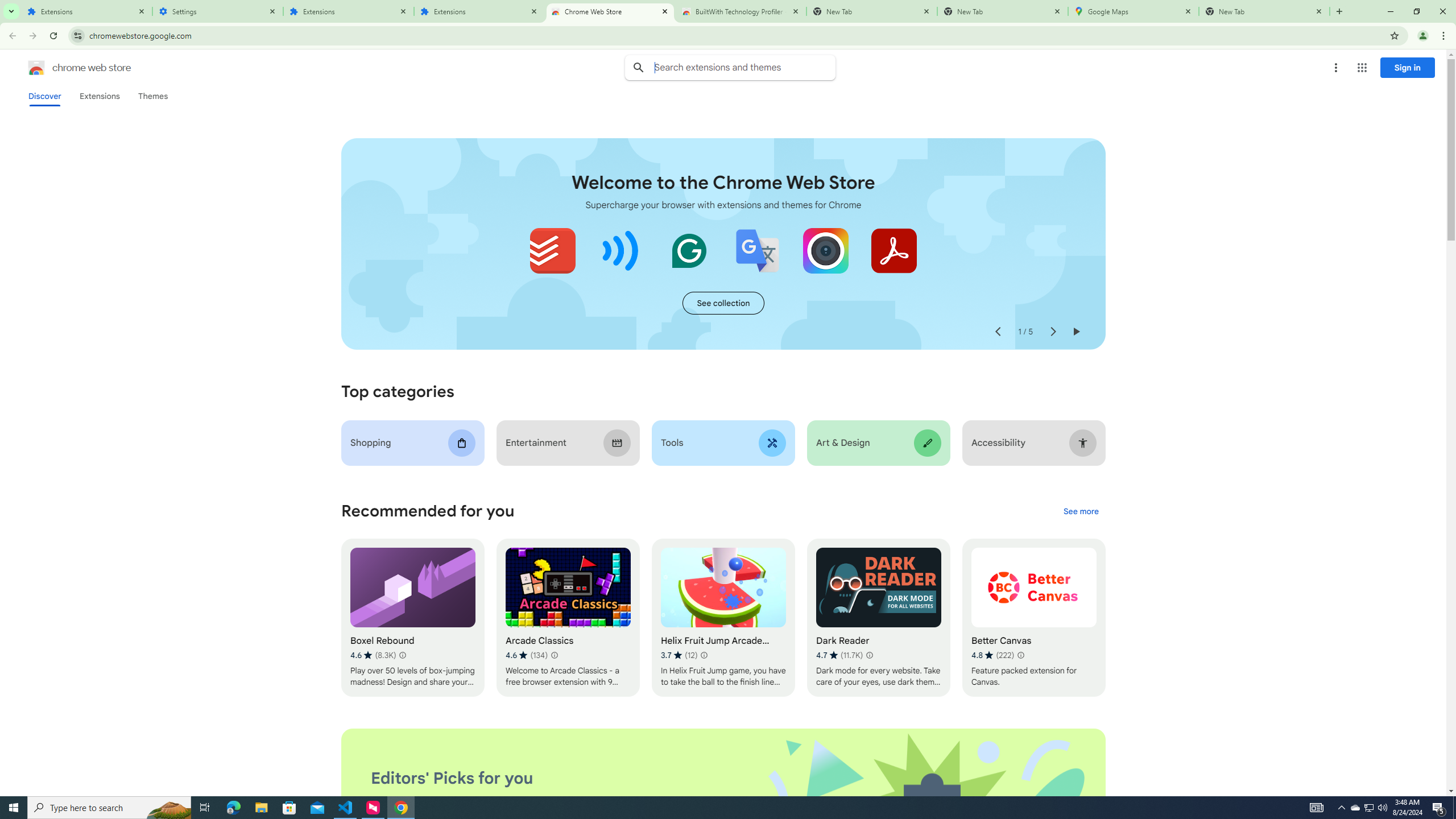 Image resolution: width=1456 pixels, height=819 pixels. I want to click on 'Arcade Classics', so click(568, 617).